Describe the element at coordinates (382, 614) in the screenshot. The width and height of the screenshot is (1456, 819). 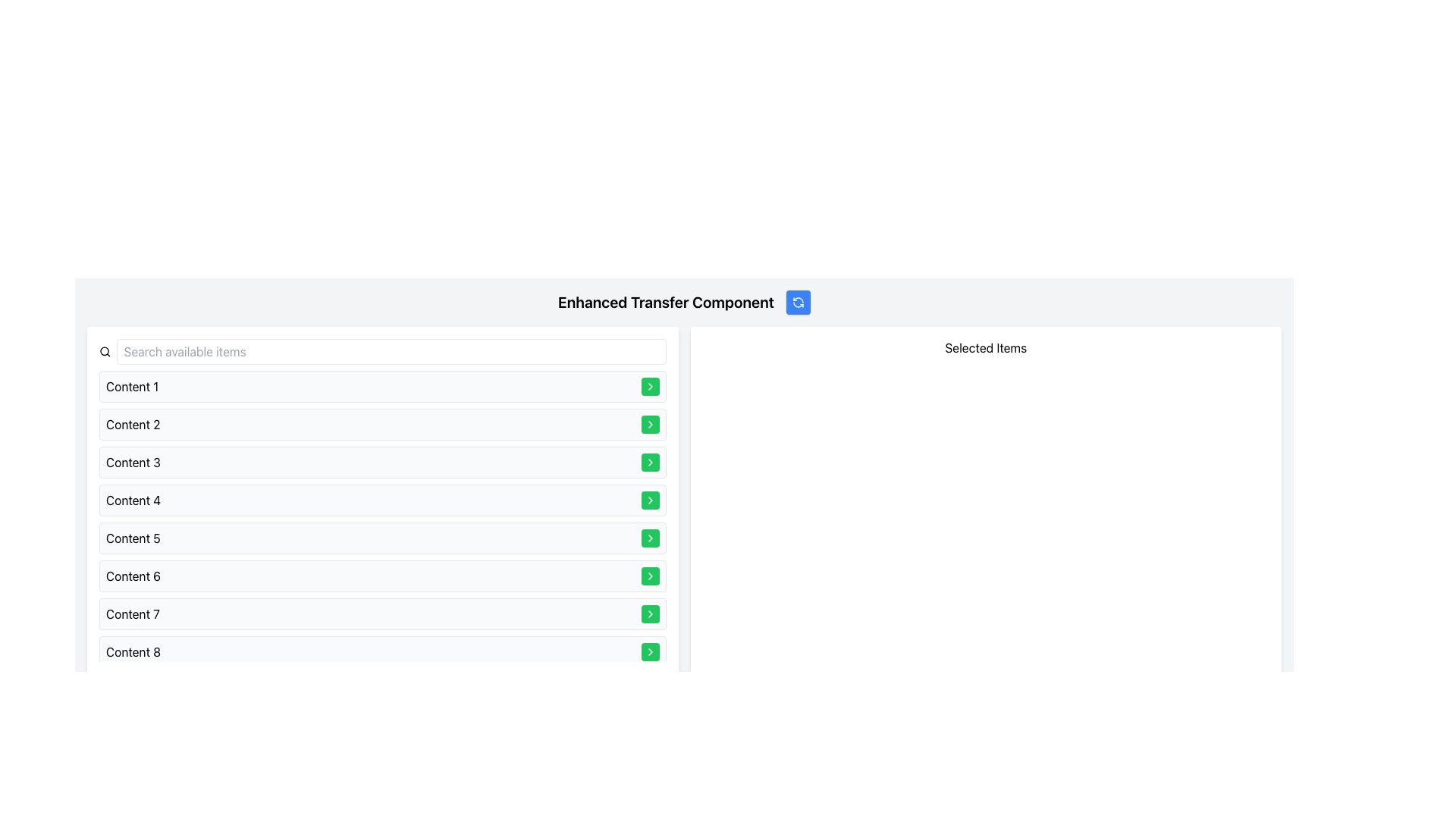
I see `the seventh list item located below 'Content 6' and above 'Content 8'` at that location.